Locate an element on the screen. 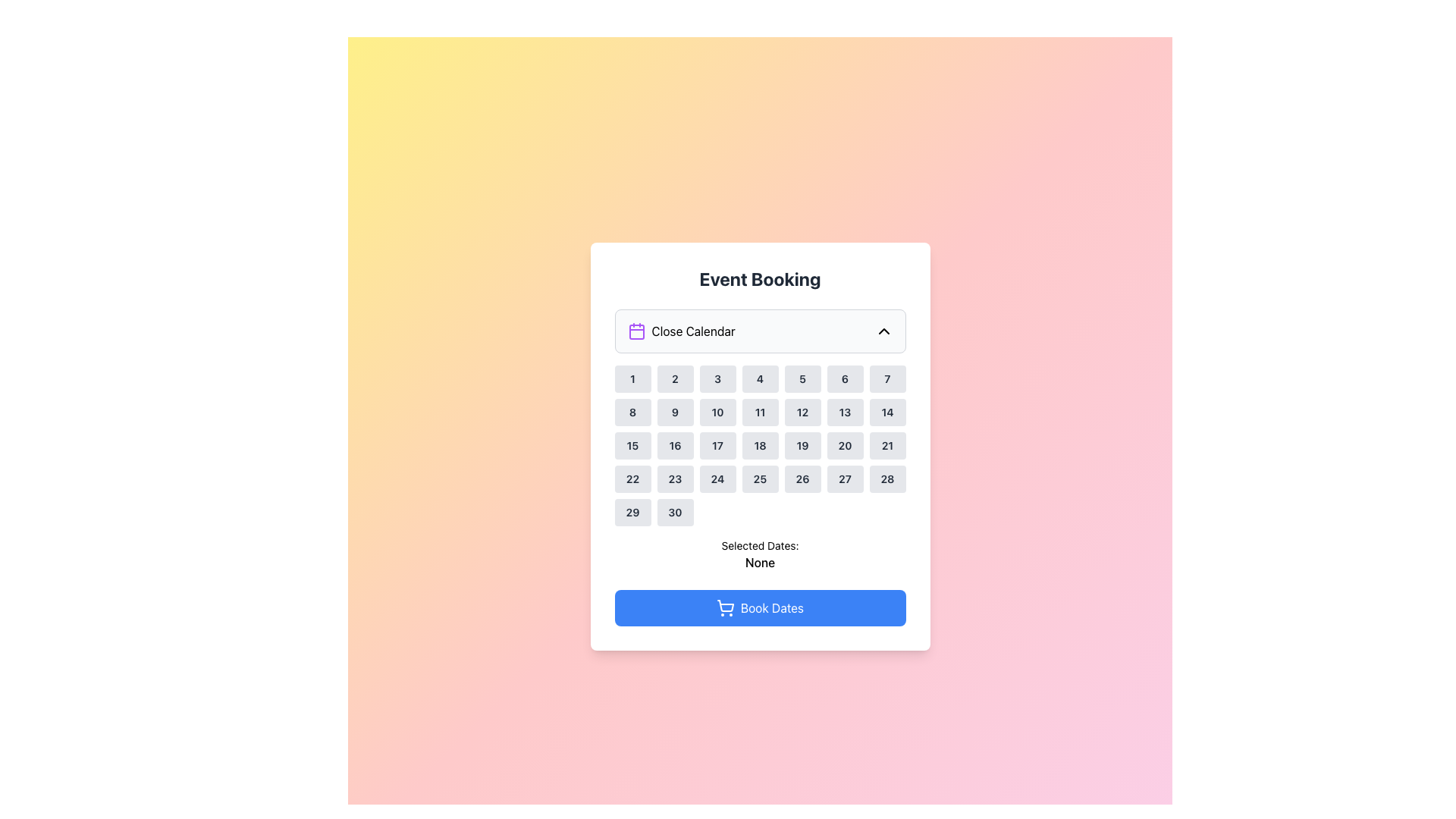 This screenshot has height=819, width=1456. the button displaying the numeral '6' with a light gray background and rounded corners, located in the first row of a grid beneath 'Event Booking' and 'Close Calendar' is located at coordinates (844, 378).